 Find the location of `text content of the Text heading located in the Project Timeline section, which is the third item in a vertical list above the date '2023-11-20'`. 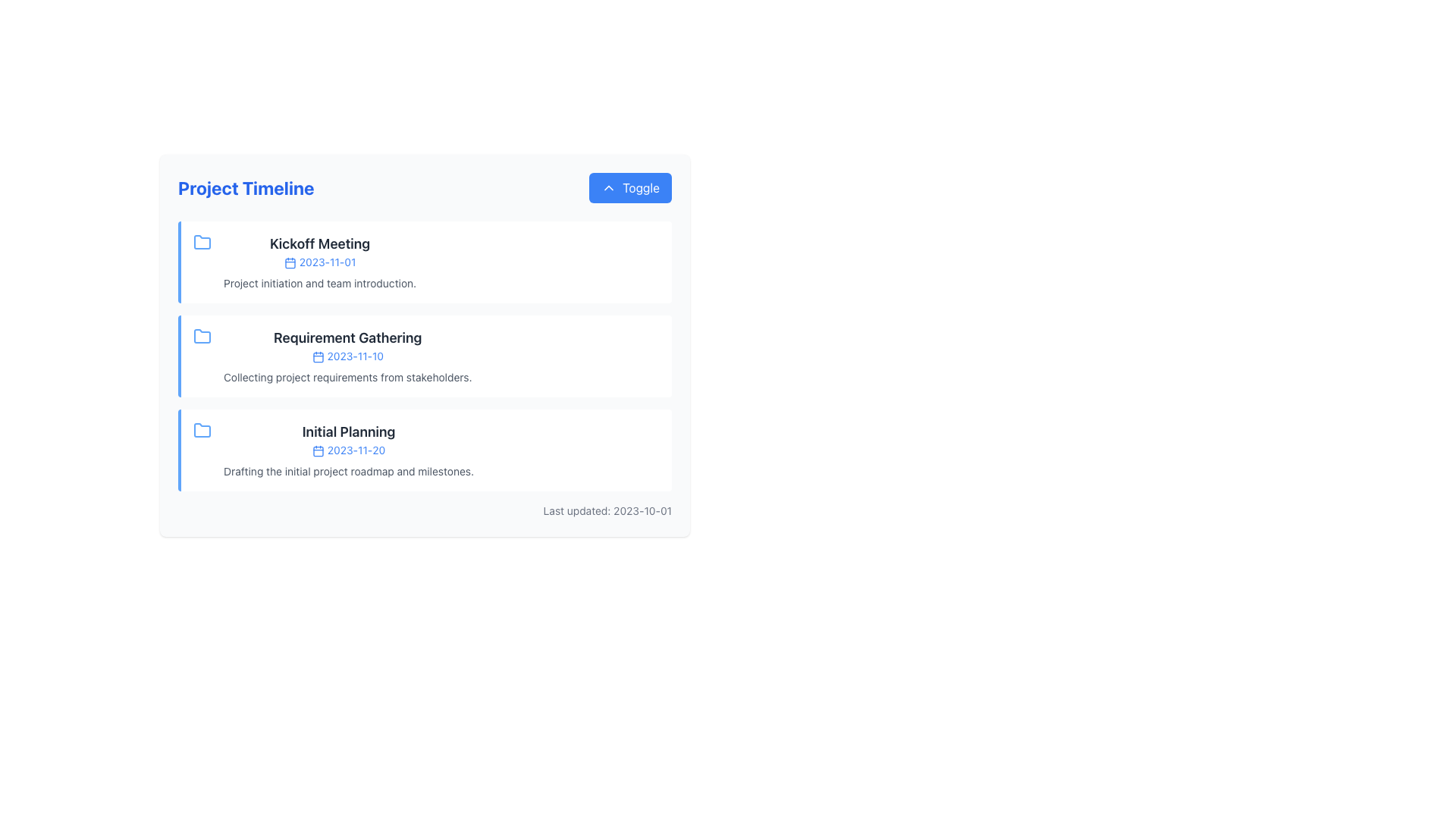

text content of the Text heading located in the Project Timeline section, which is the third item in a vertical list above the date '2023-11-20' is located at coordinates (348, 432).